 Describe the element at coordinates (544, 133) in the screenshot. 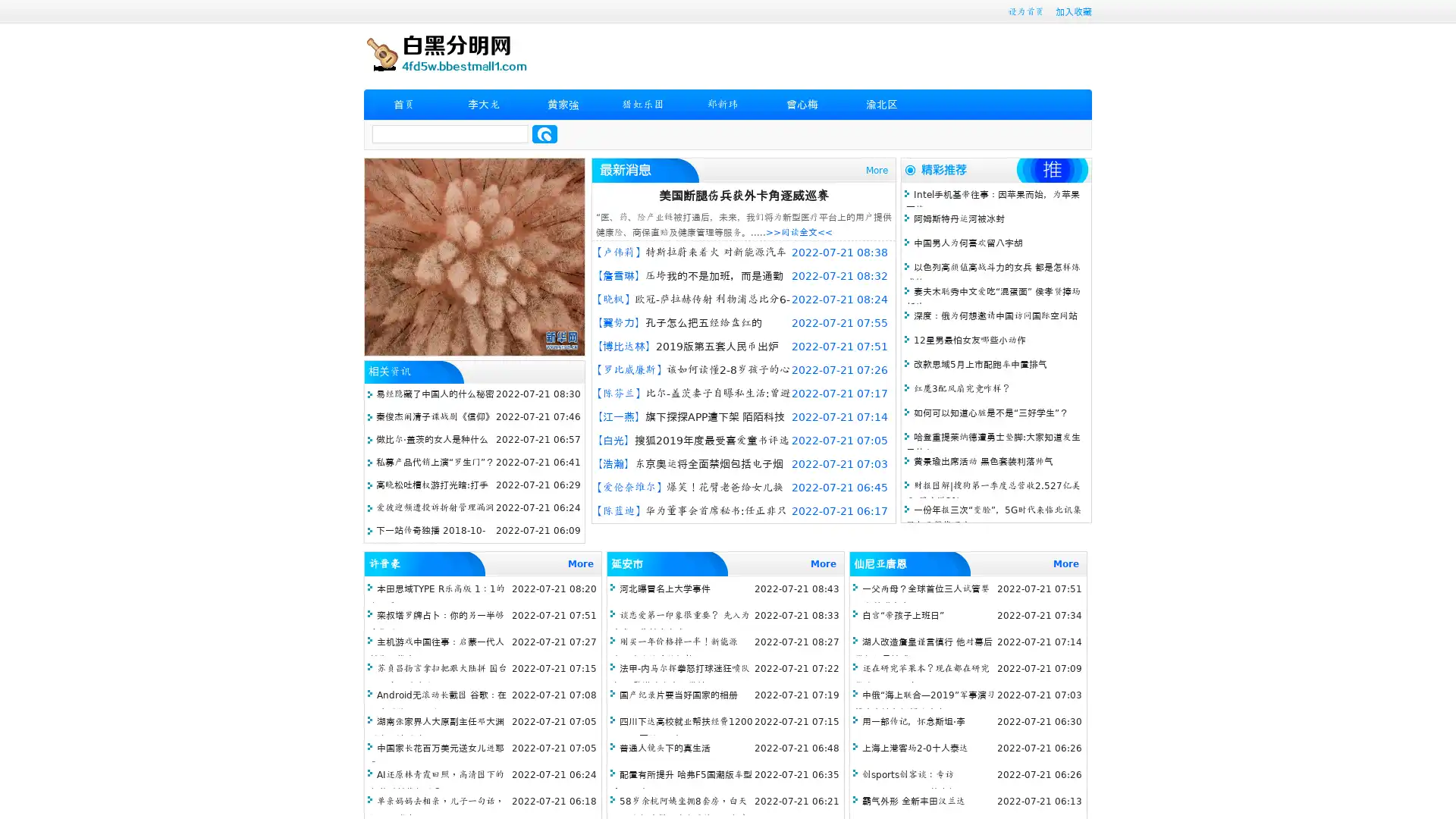

I see `Search` at that location.